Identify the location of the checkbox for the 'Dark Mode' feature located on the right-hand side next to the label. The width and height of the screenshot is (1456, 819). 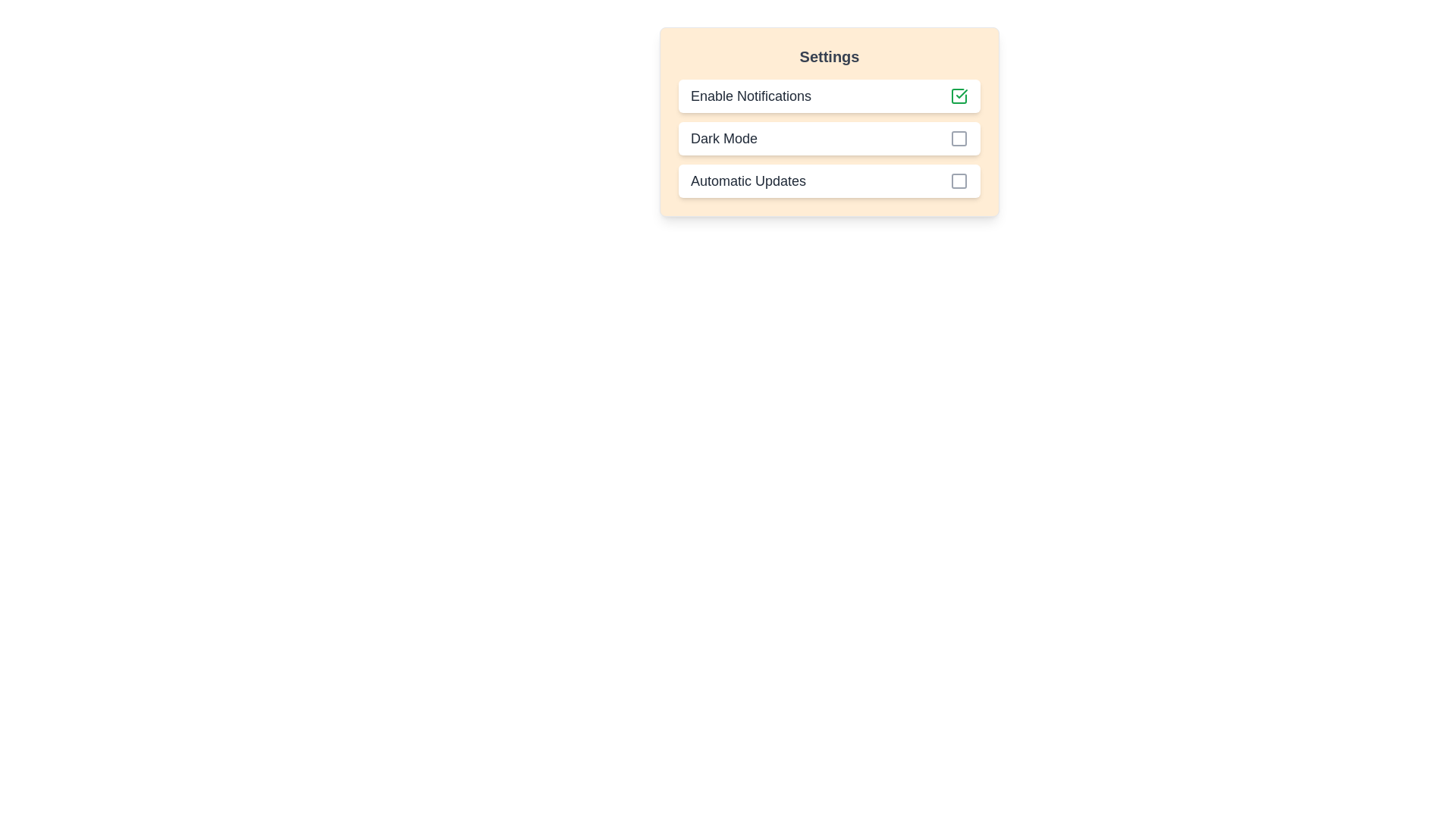
(959, 138).